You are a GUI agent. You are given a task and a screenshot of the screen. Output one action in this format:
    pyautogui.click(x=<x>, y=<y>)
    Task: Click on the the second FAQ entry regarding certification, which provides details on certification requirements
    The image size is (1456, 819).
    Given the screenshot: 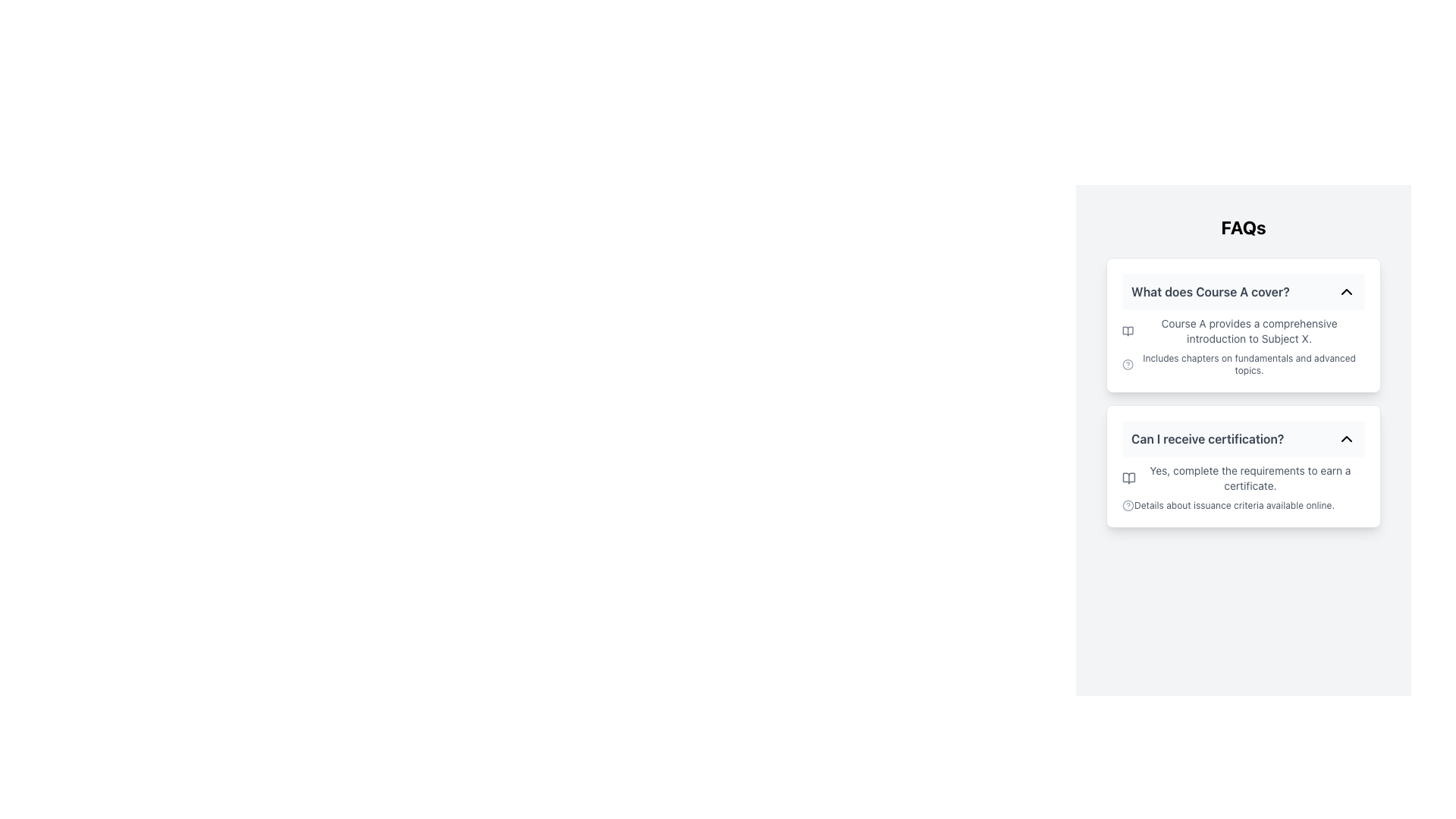 What is the action you would take?
    pyautogui.click(x=1244, y=465)
    